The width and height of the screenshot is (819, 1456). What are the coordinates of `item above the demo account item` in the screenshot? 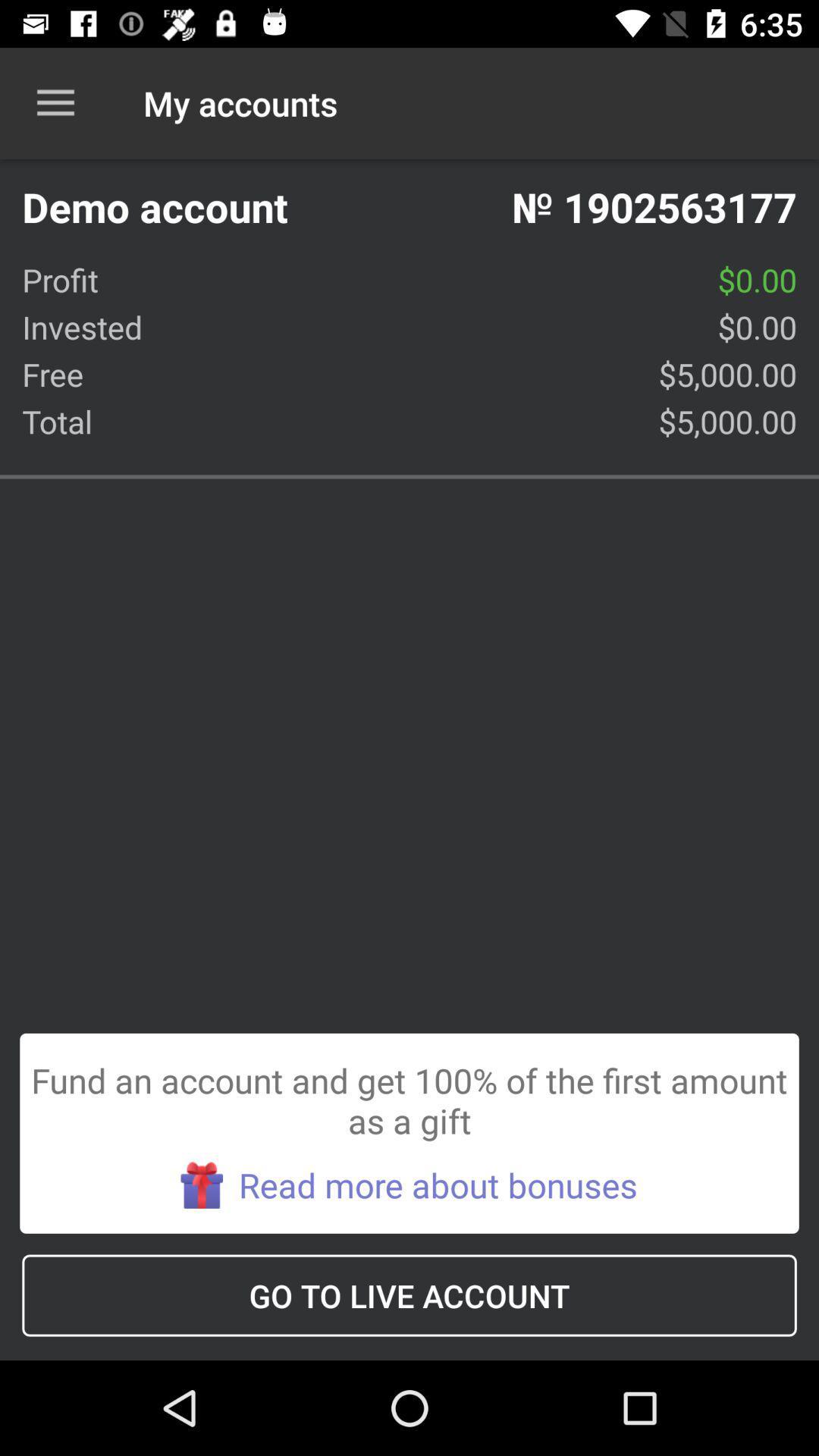 It's located at (55, 102).